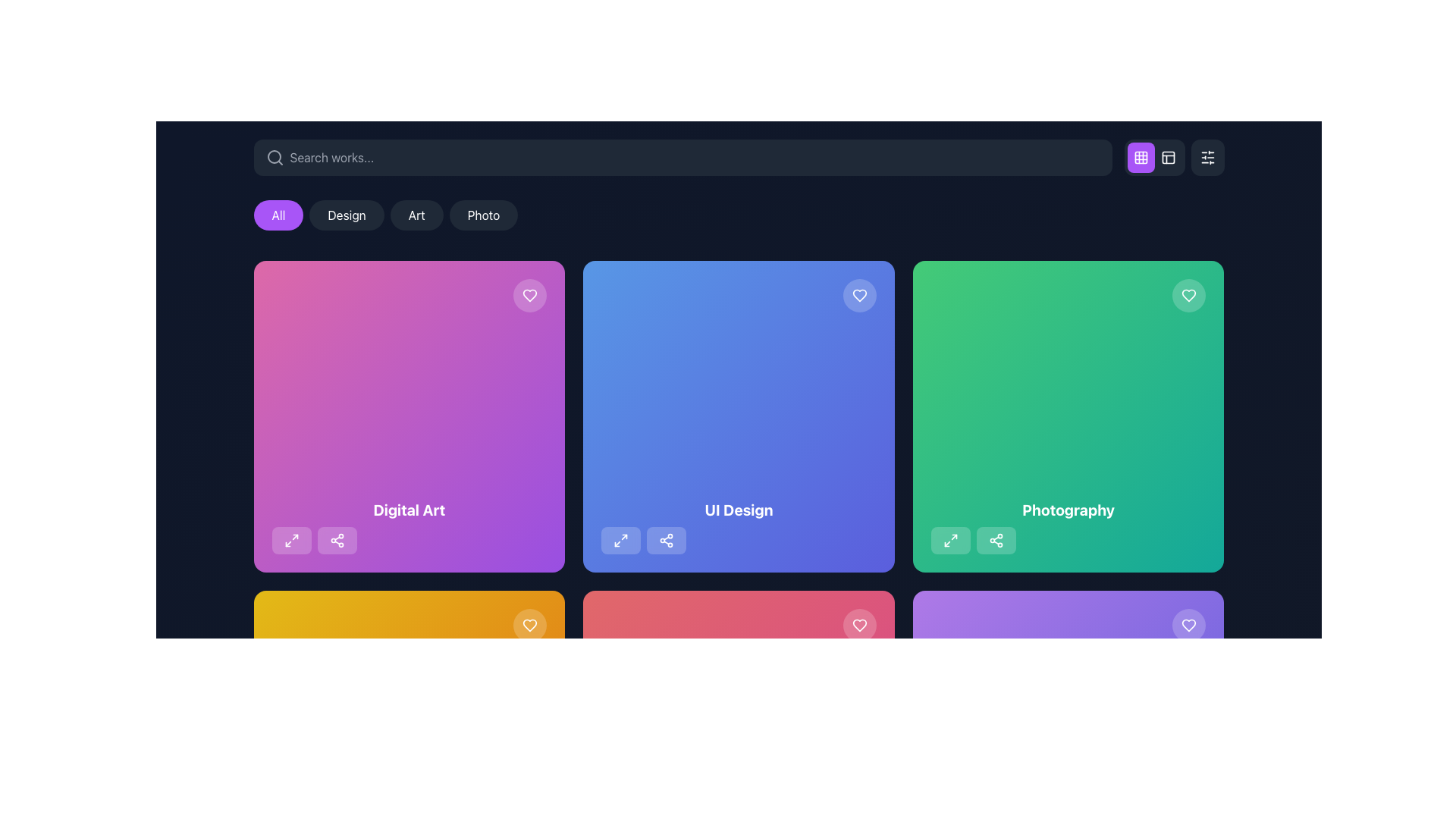 The height and width of the screenshot is (819, 1456). Describe the element at coordinates (949, 539) in the screenshot. I see `the first button in the bottom-left corner of the green 'Photography' card` at that location.